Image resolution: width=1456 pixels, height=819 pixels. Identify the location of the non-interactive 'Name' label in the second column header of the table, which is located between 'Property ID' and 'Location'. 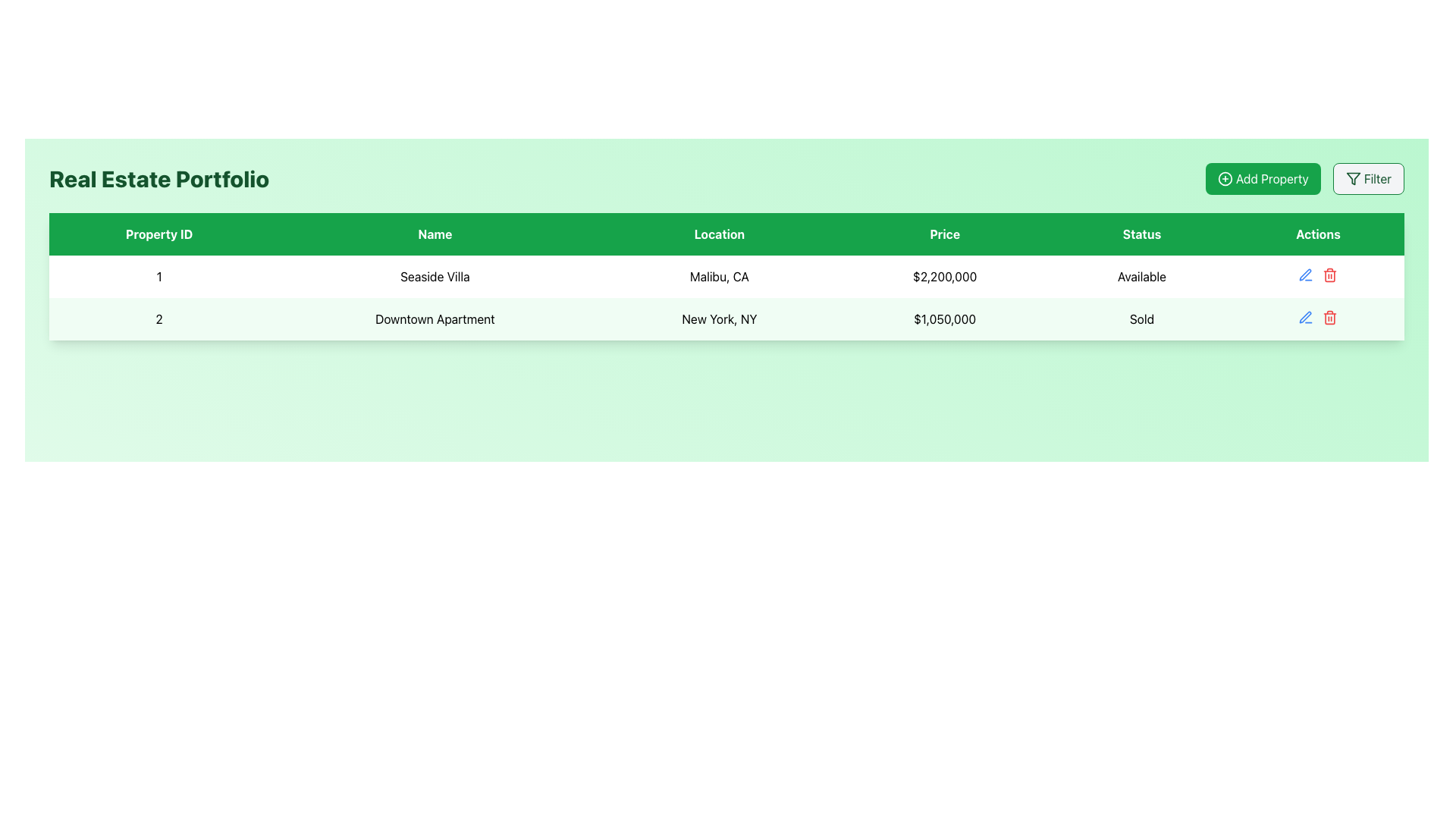
(434, 234).